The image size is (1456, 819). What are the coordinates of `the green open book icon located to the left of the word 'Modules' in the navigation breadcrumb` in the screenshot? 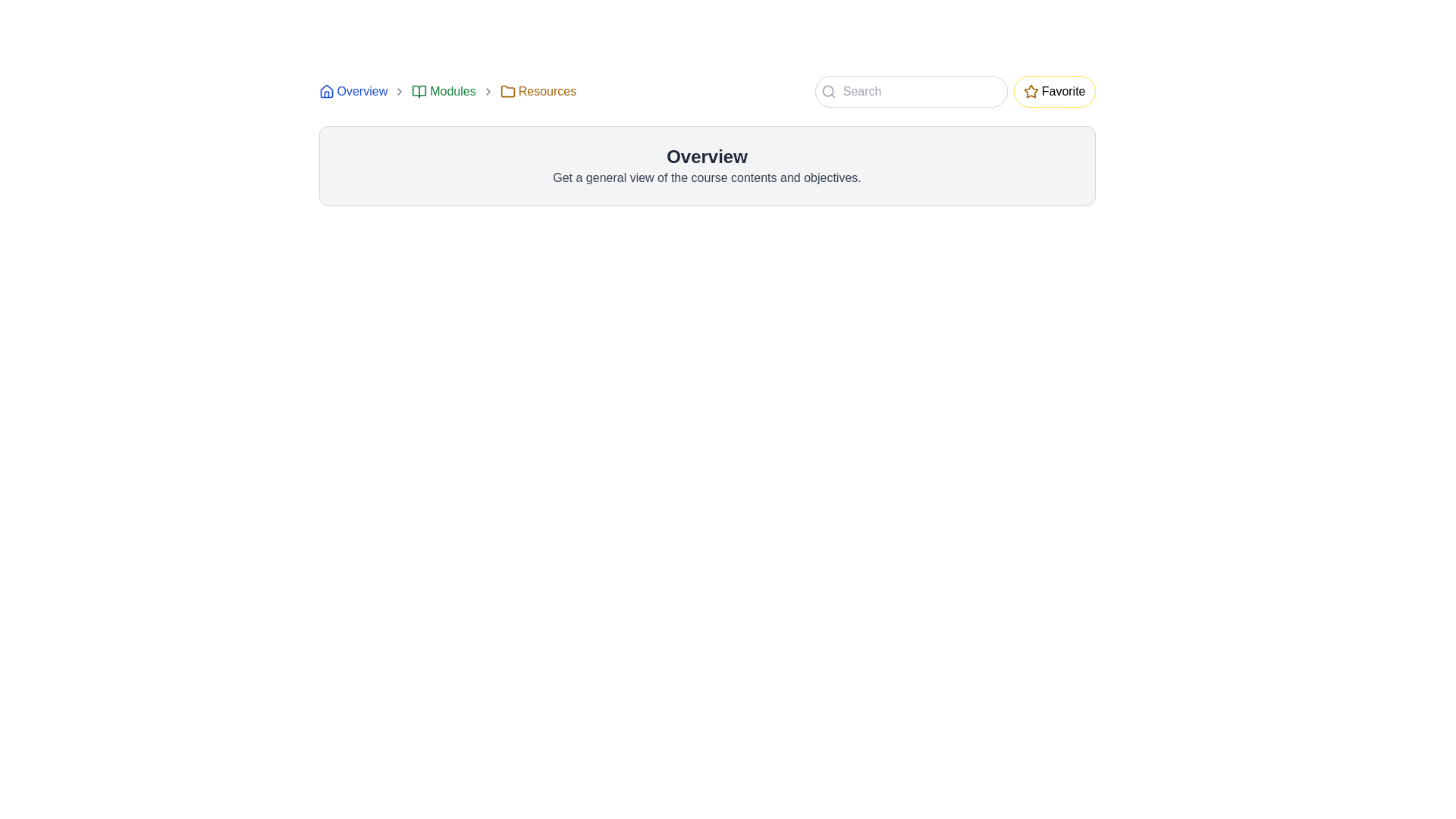 It's located at (419, 91).